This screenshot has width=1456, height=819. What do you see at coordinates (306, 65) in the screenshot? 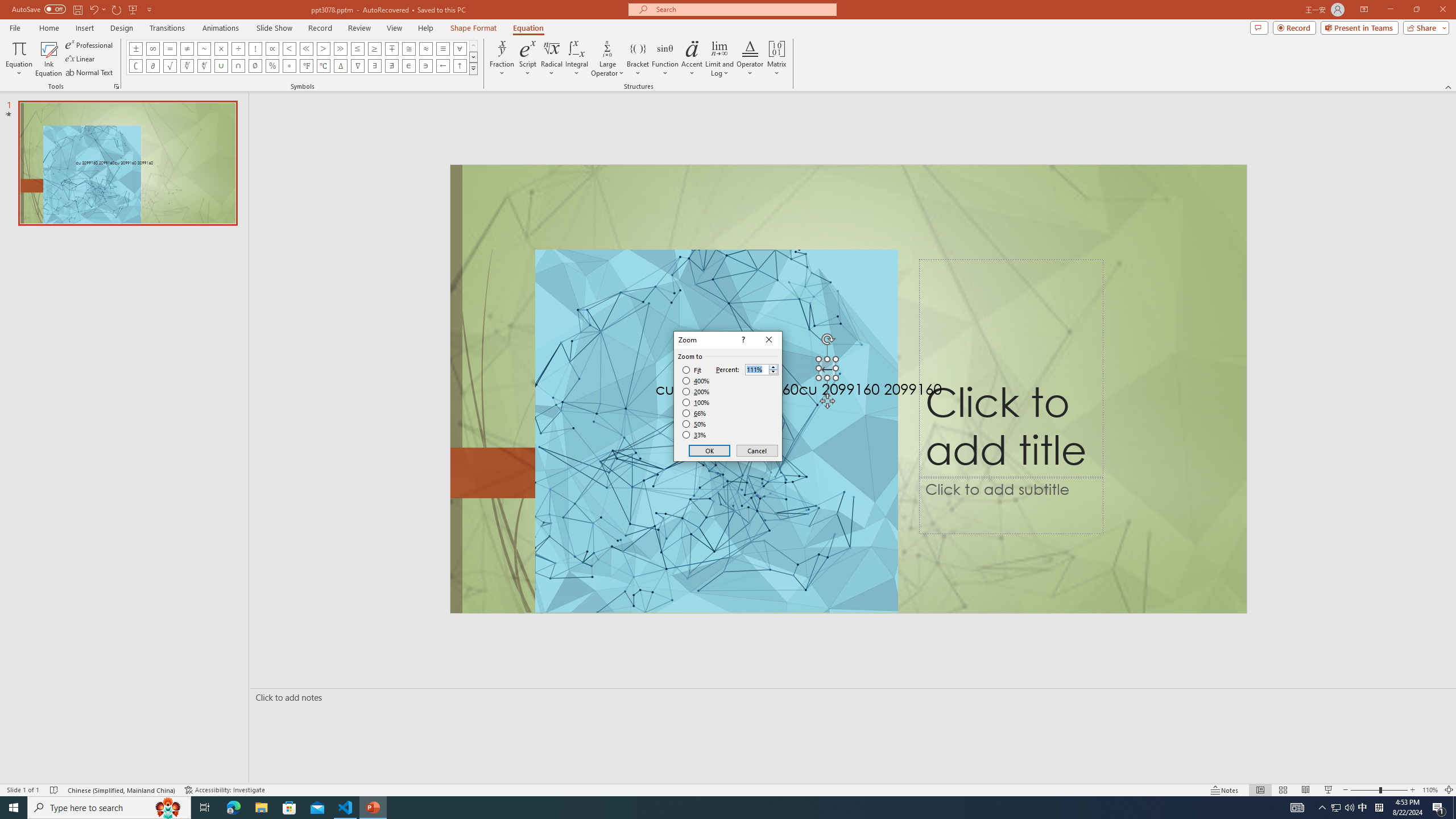
I see `'Equation Symbol Degrees Fahrenheit'` at bounding box center [306, 65].